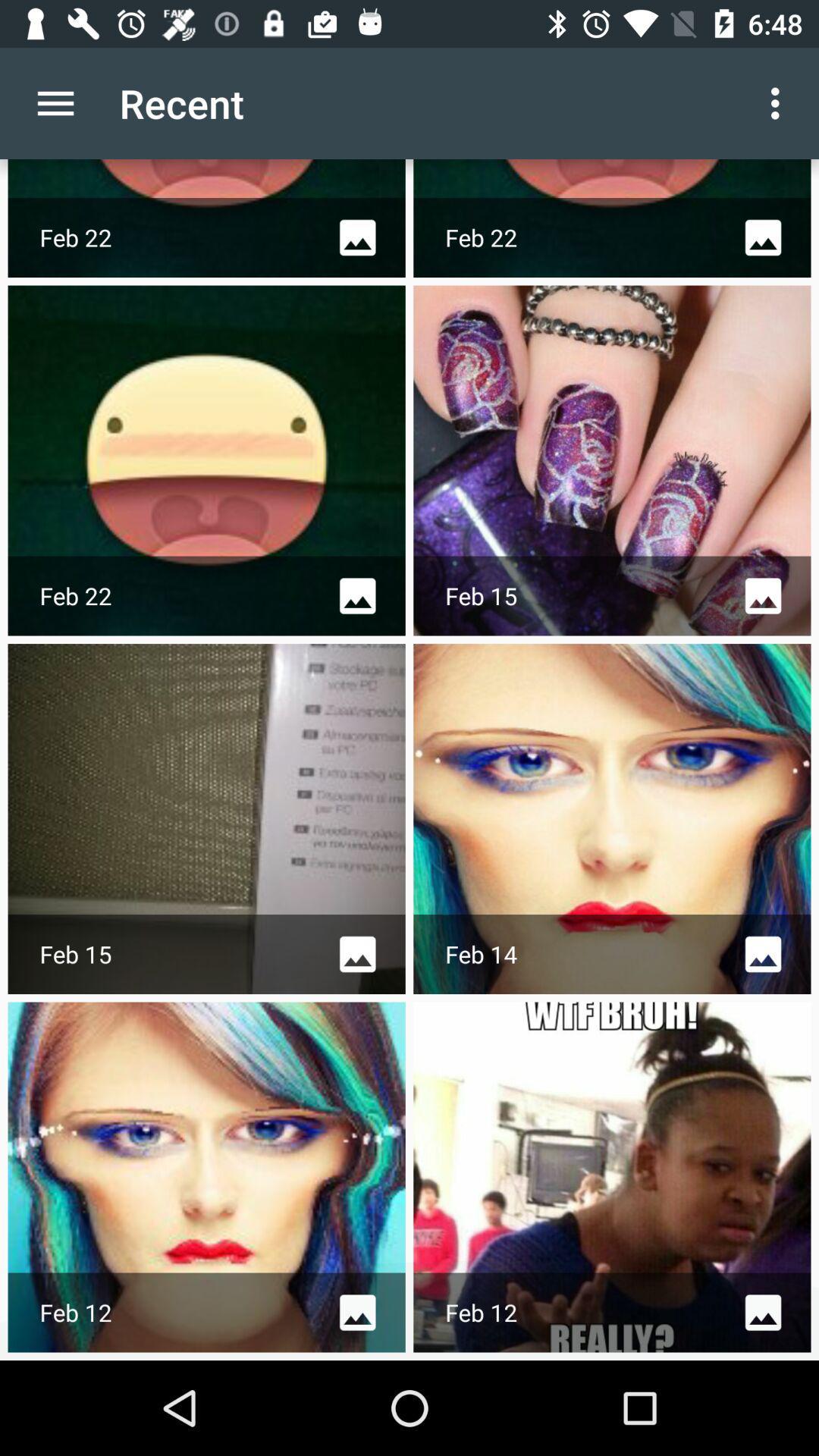 The width and height of the screenshot is (819, 1456). Describe the element at coordinates (55, 102) in the screenshot. I see `item to the left of the recent item` at that location.